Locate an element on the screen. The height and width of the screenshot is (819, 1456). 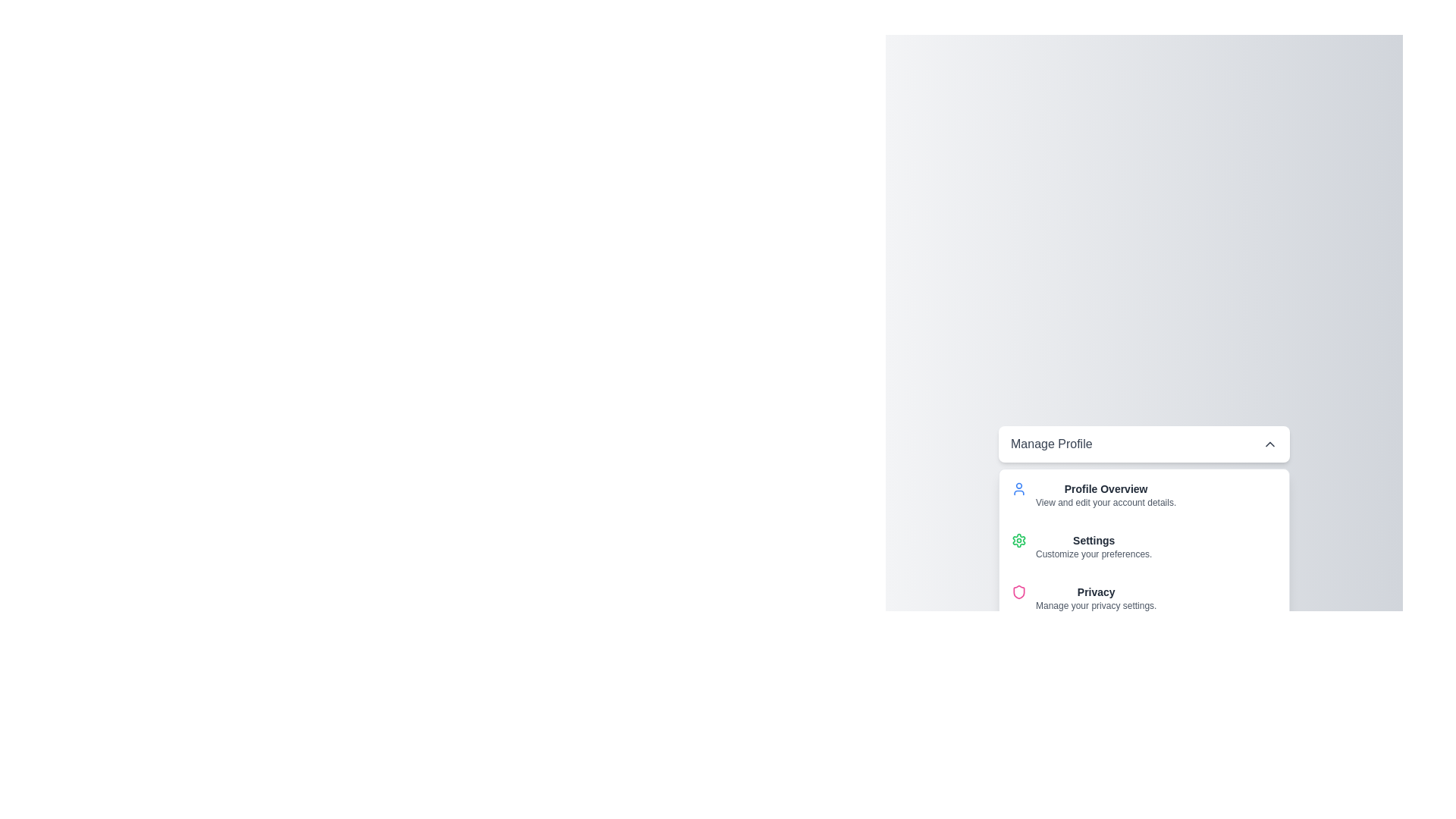
the chevron SVG icon representing a dropdown control for the 'Manage Profile' button is located at coordinates (1270, 444).